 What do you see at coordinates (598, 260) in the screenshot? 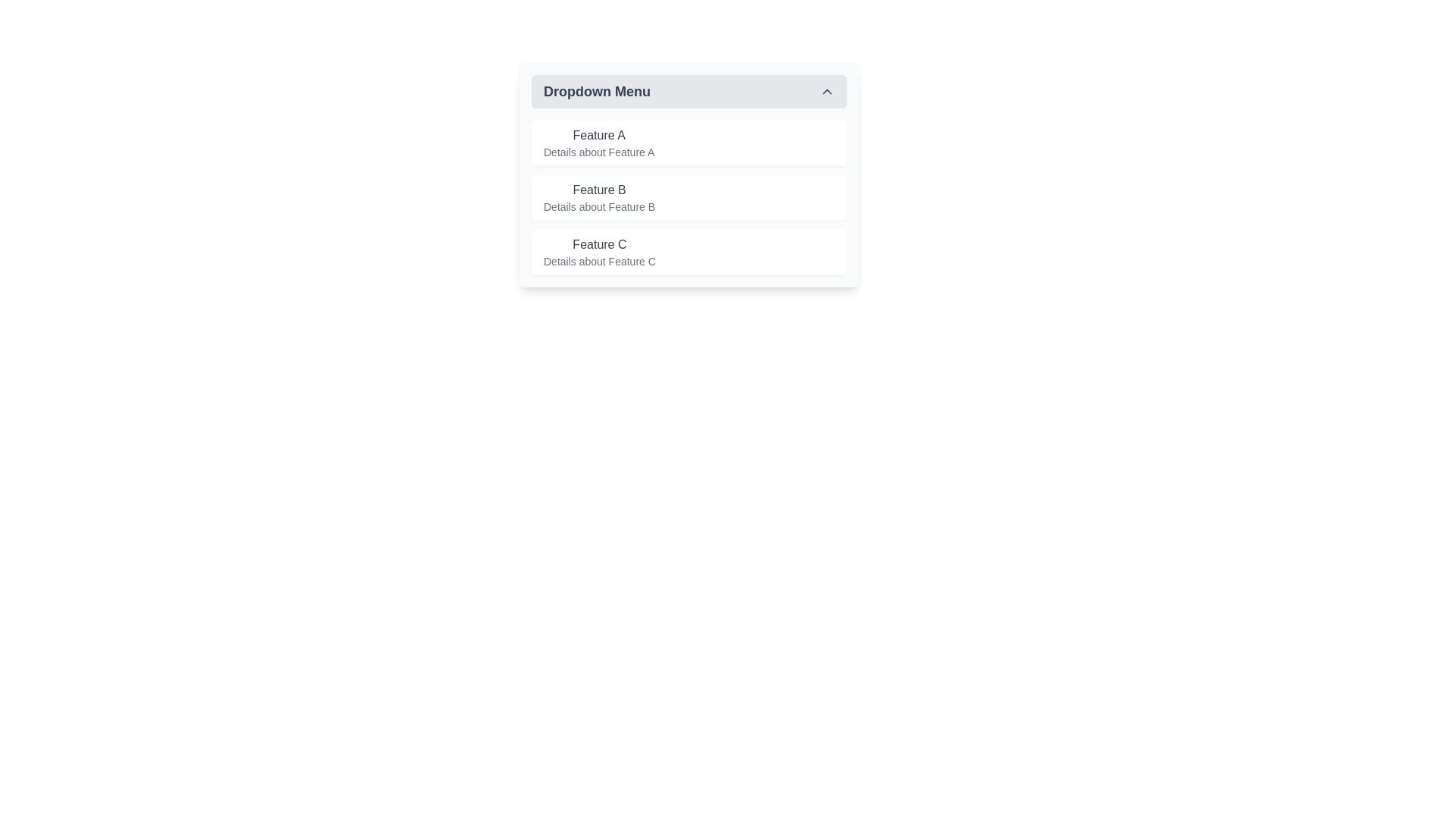
I see `the informational Text label located beneath 'Feature C' in the dropdown menu` at bounding box center [598, 260].